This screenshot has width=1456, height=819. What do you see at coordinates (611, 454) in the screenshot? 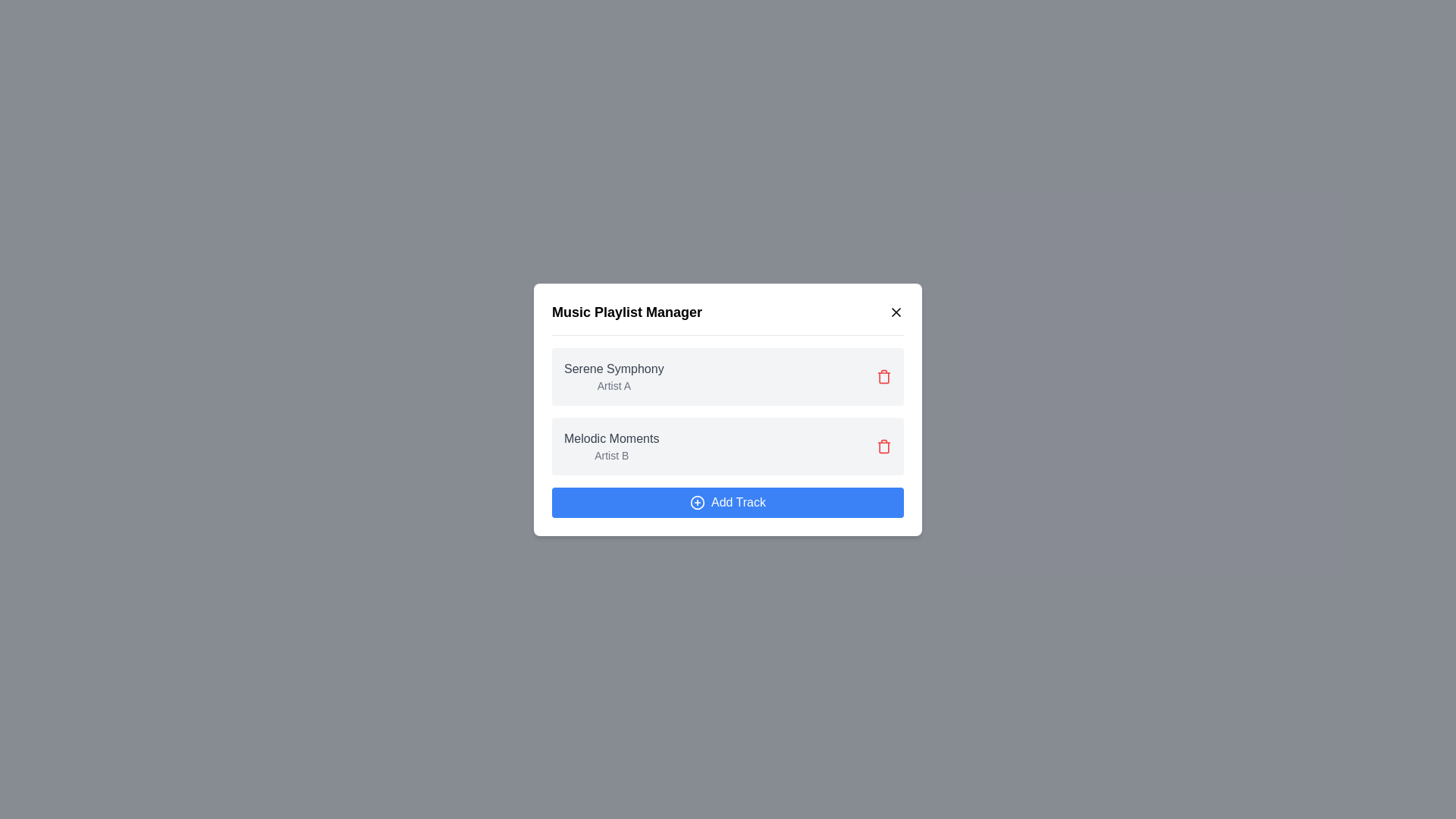
I see `the static text label reading 'Artist B', which is styled in a smaller font size and lighter gray color, located below 'Melodic Moments' in the second playlist entry of the 'Music Playlist Manager' modal` at bounding box center [611, 454].